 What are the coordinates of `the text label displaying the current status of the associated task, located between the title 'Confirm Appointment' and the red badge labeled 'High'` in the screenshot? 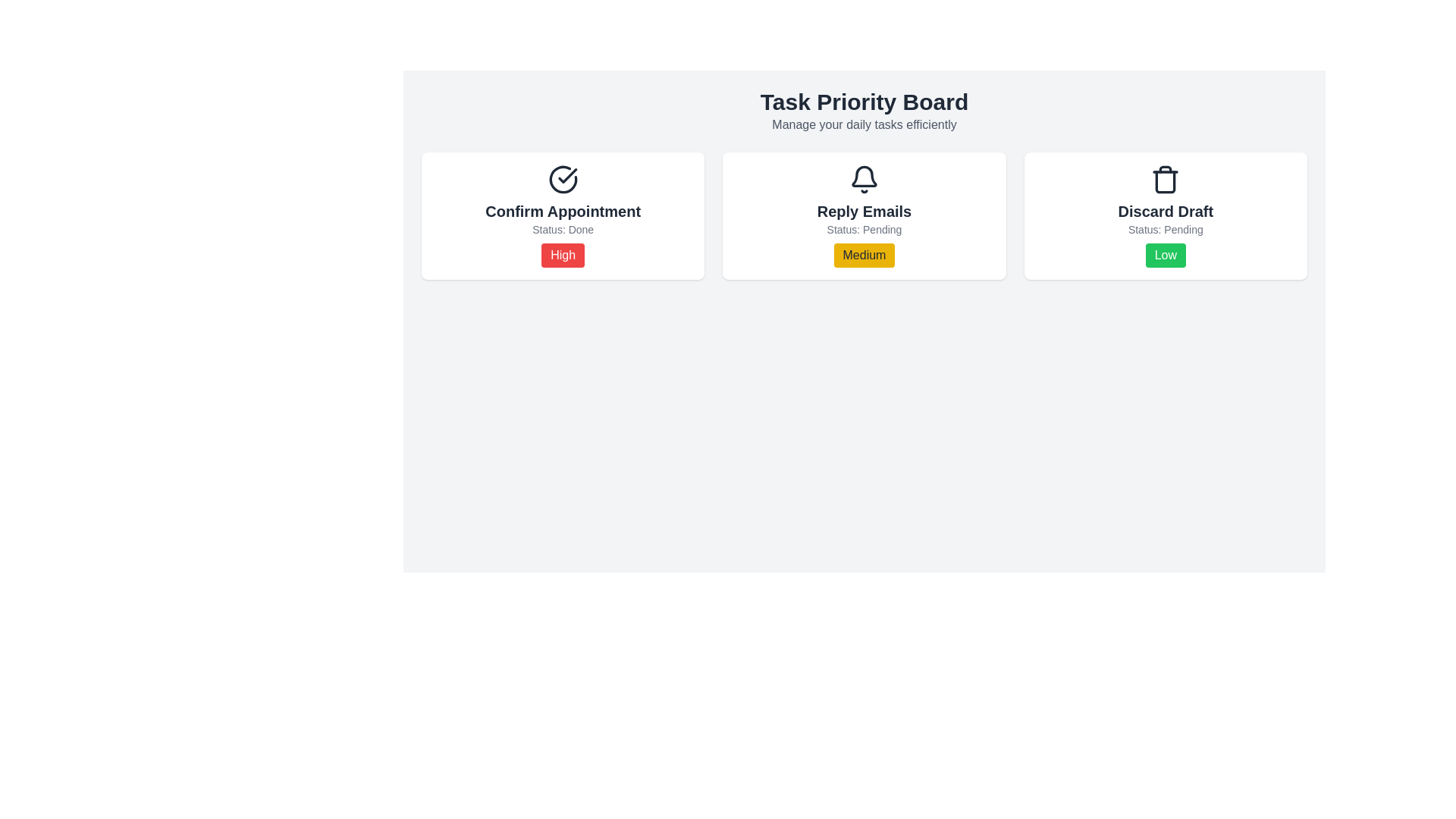 It's located at (562, 230).